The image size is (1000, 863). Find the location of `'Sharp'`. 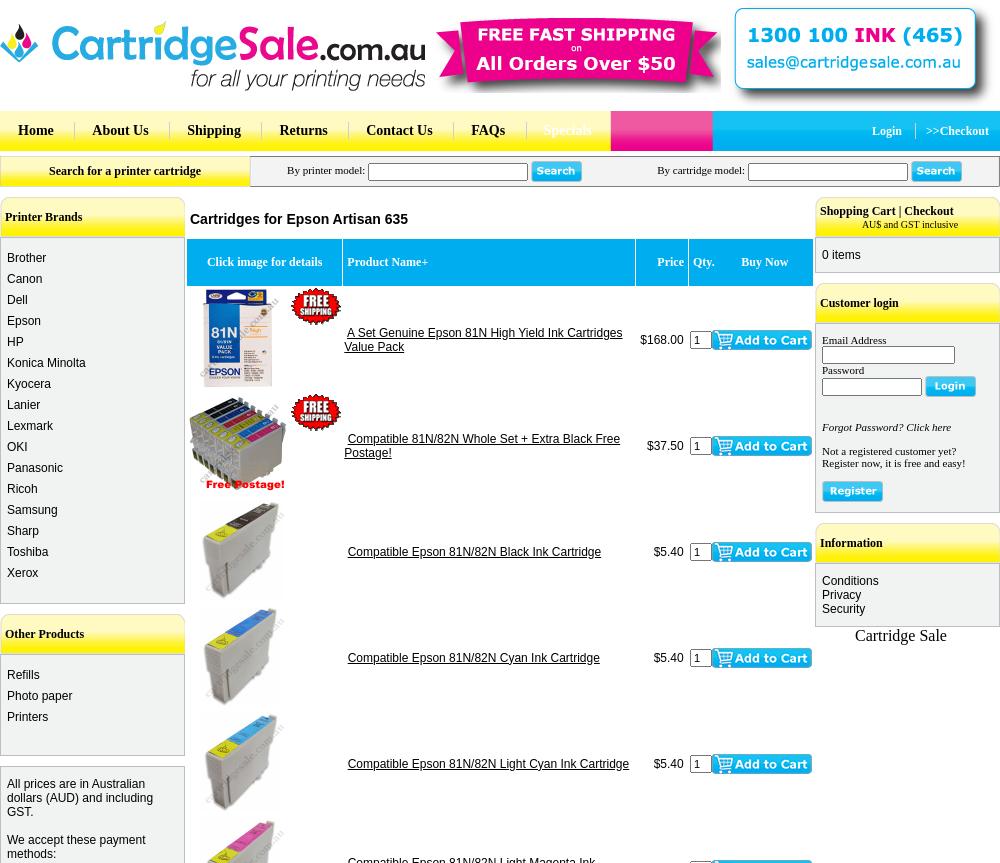

'Sharp' is located at coordinates (23, 531).